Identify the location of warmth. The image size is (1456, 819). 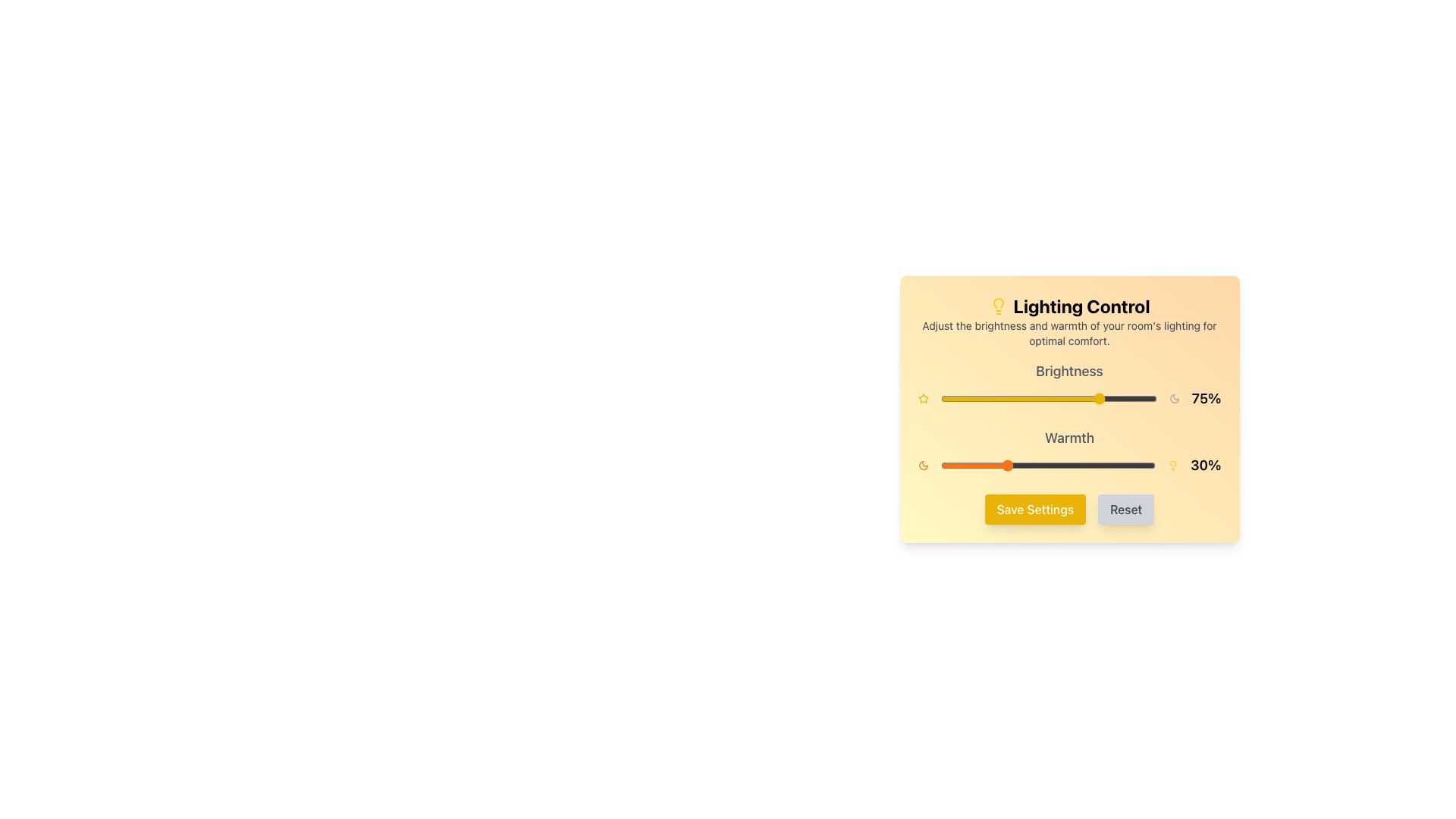
(1025, 464).